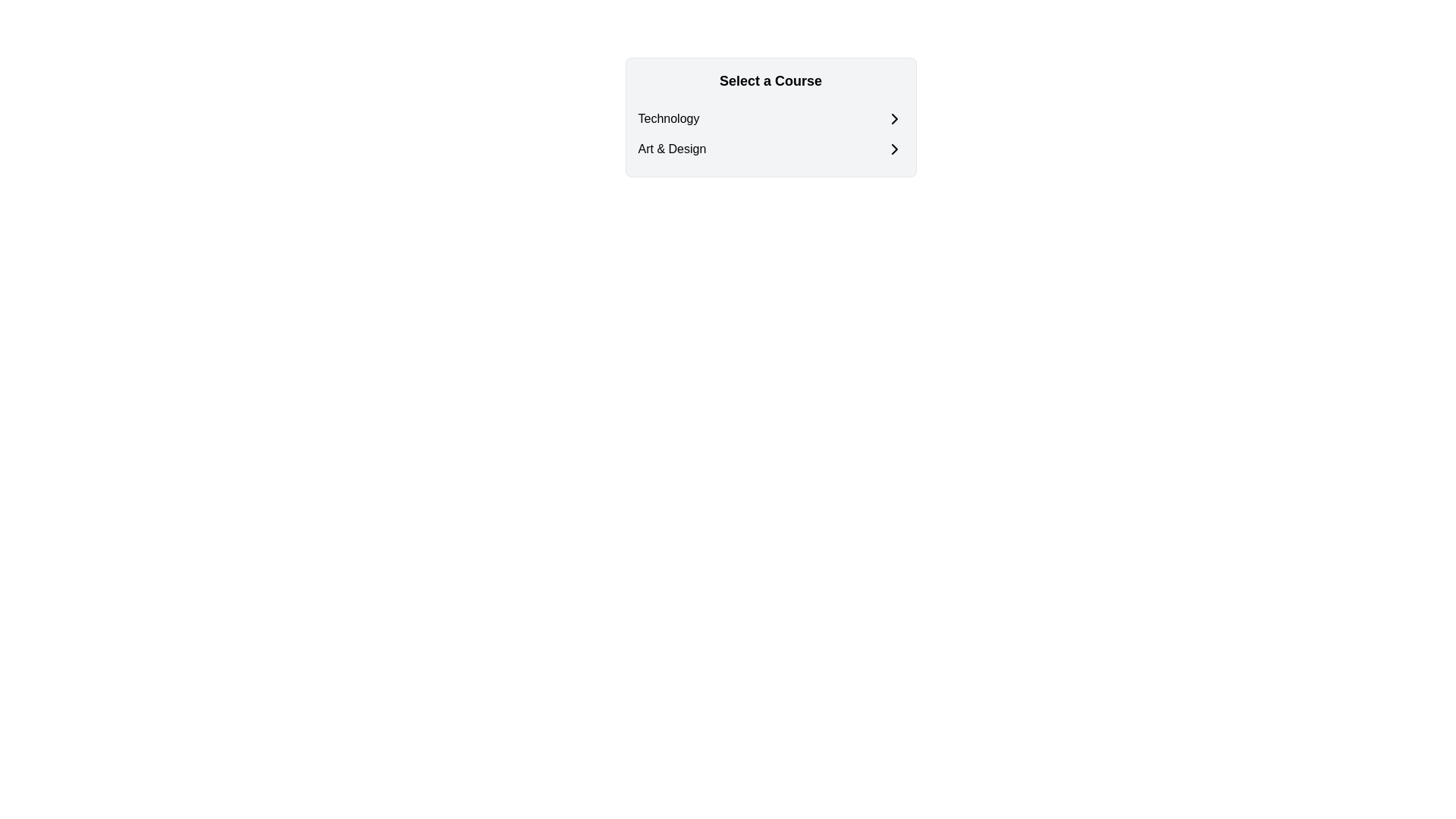  What do you see at coordinates (770, 149) in the screenshot?
I see `the 'Art & Design' option in the course selection menu` at bounding box center [770, 149].